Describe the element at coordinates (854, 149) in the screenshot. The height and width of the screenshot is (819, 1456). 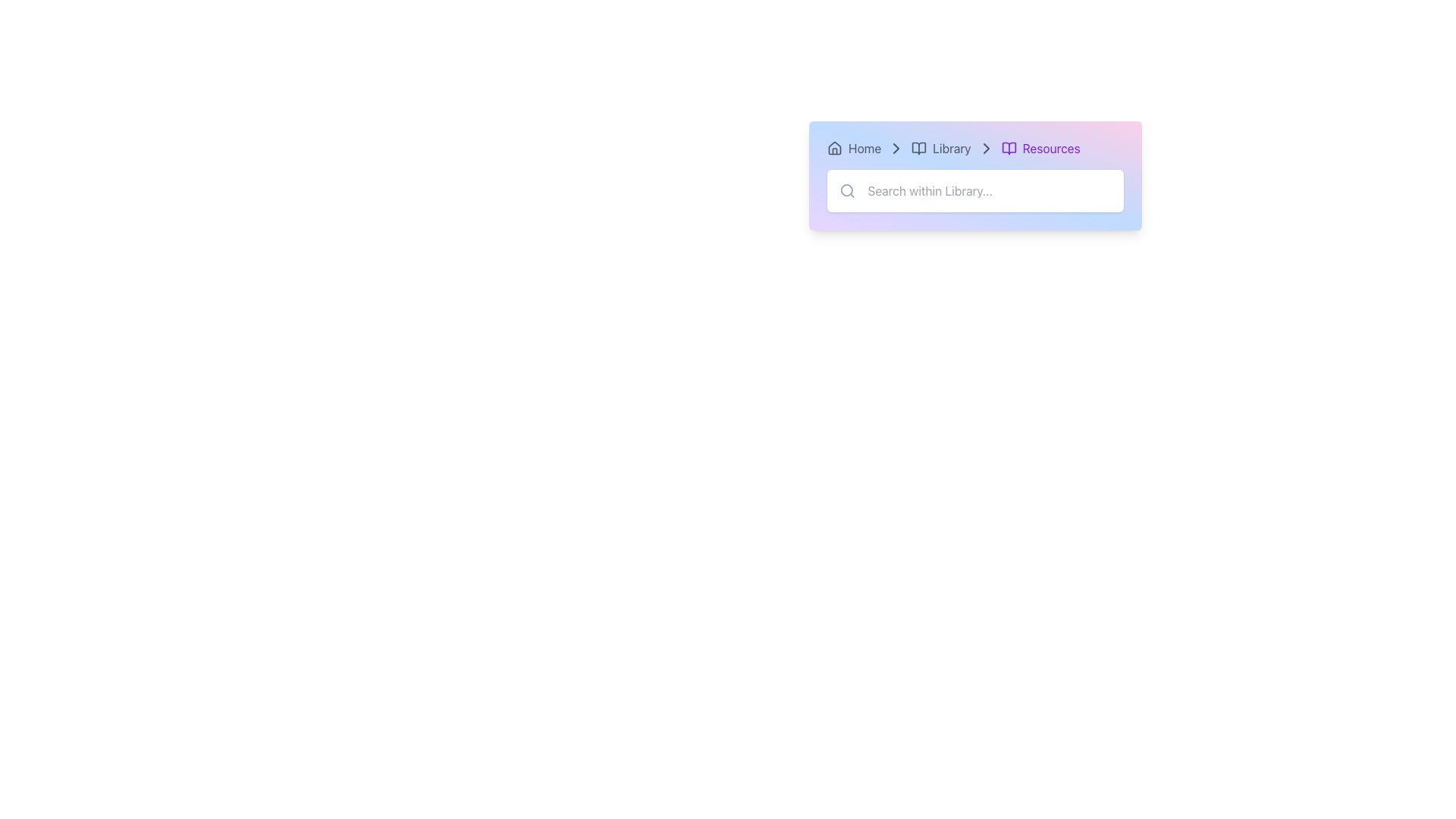
I see `the breadcrumb link that allows navigation to the homepage, located at the top section of the interface` at that location.